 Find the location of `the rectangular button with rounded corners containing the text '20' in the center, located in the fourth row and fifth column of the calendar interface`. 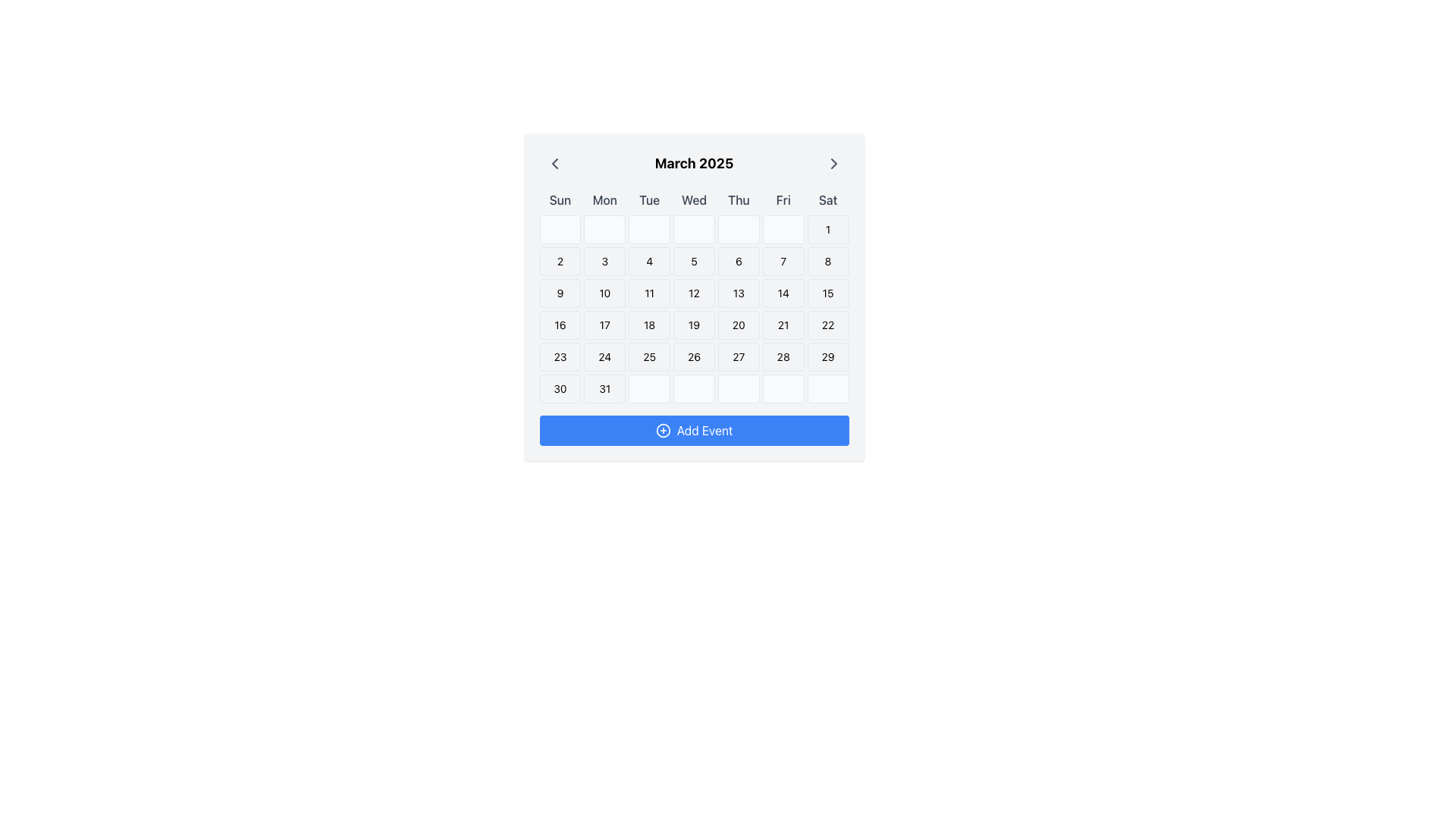

the rectangular button with rounded corners containing the text '20' in the center, located in the fourth row and fifth column of the calendar interface is located at coordinates (739, 324).